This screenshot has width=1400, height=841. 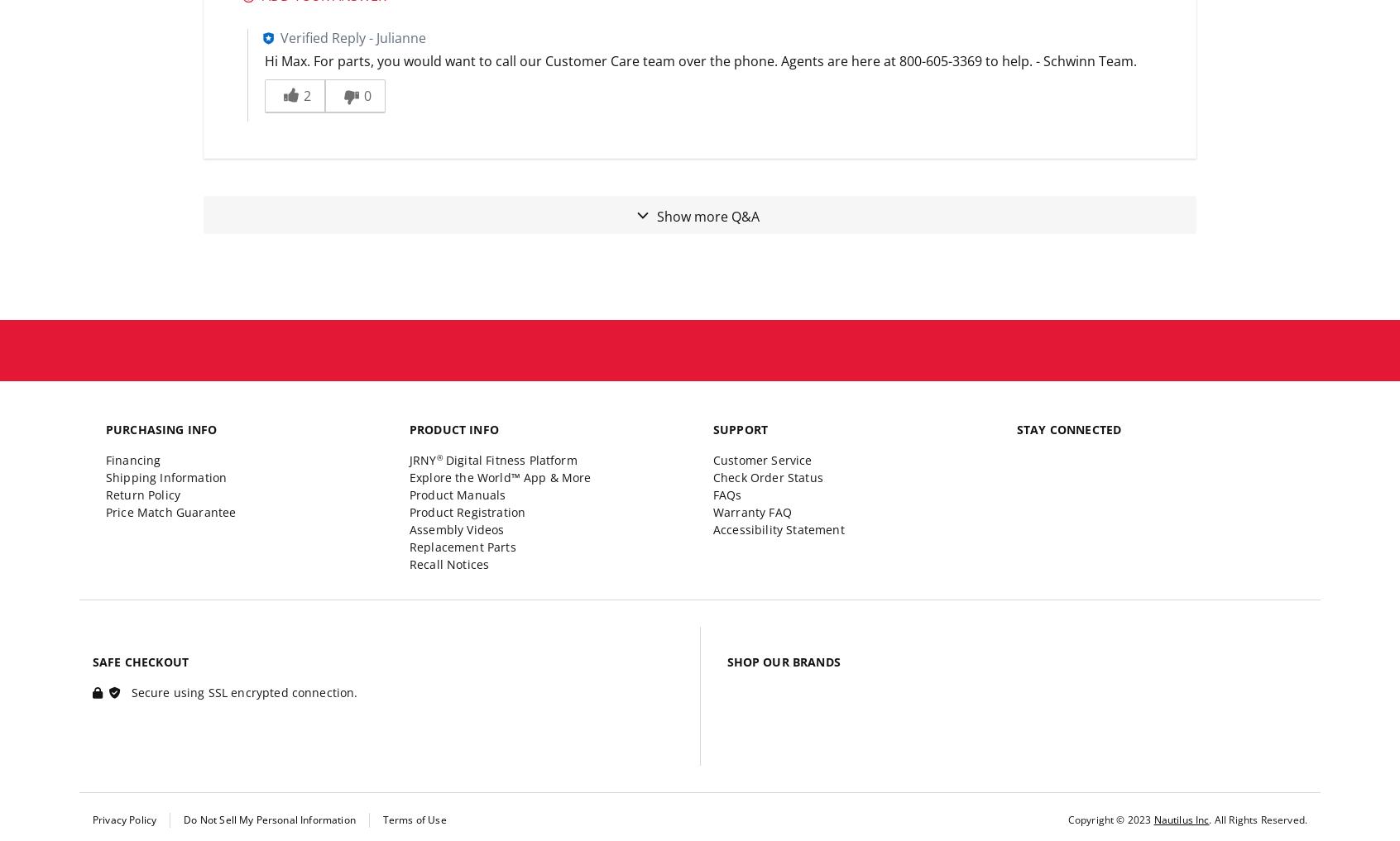 I want to click on 'Show more', so click(x=694, y=214).